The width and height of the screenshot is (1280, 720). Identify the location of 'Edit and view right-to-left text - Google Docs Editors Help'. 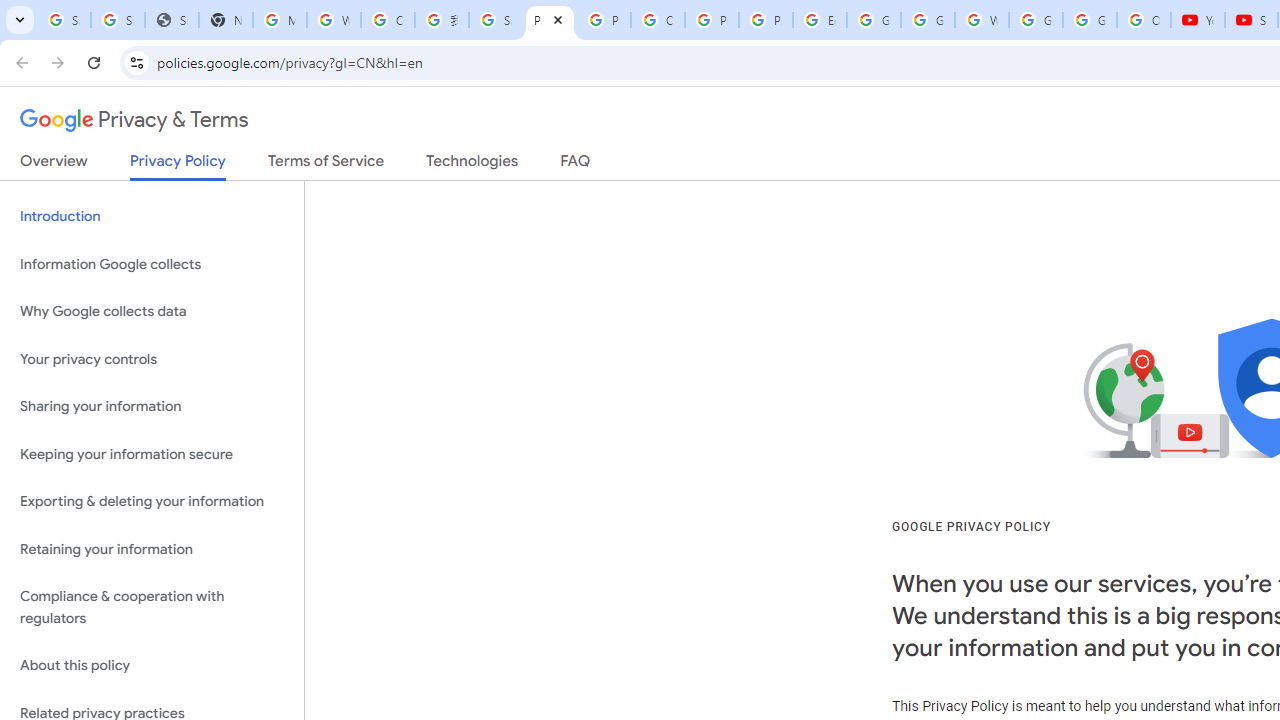
(819, 20).